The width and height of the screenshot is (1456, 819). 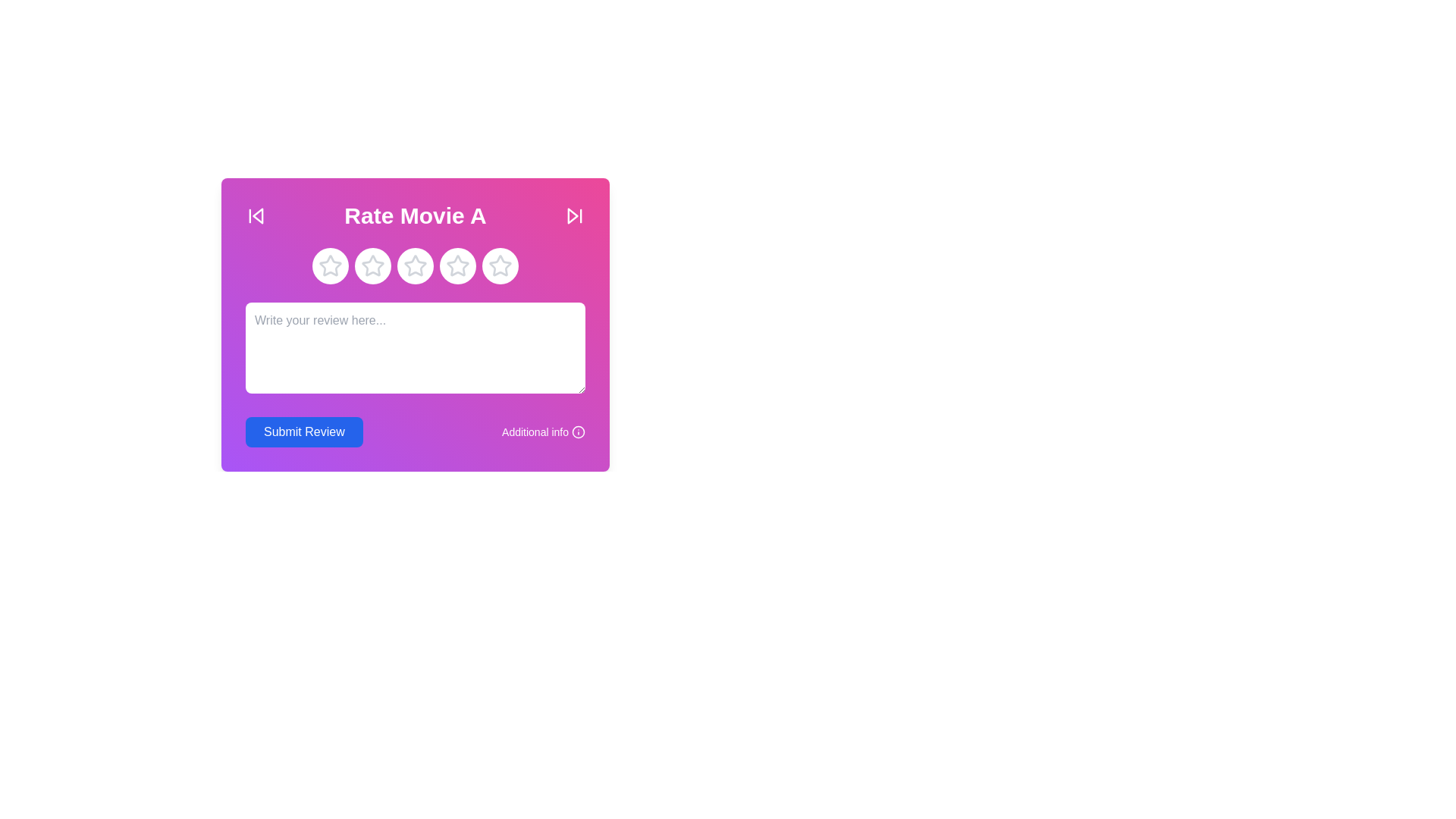 What do you see at coordinates (372, 265) in the screenshot?
I see `the second star` at bounding box center [372, 265].